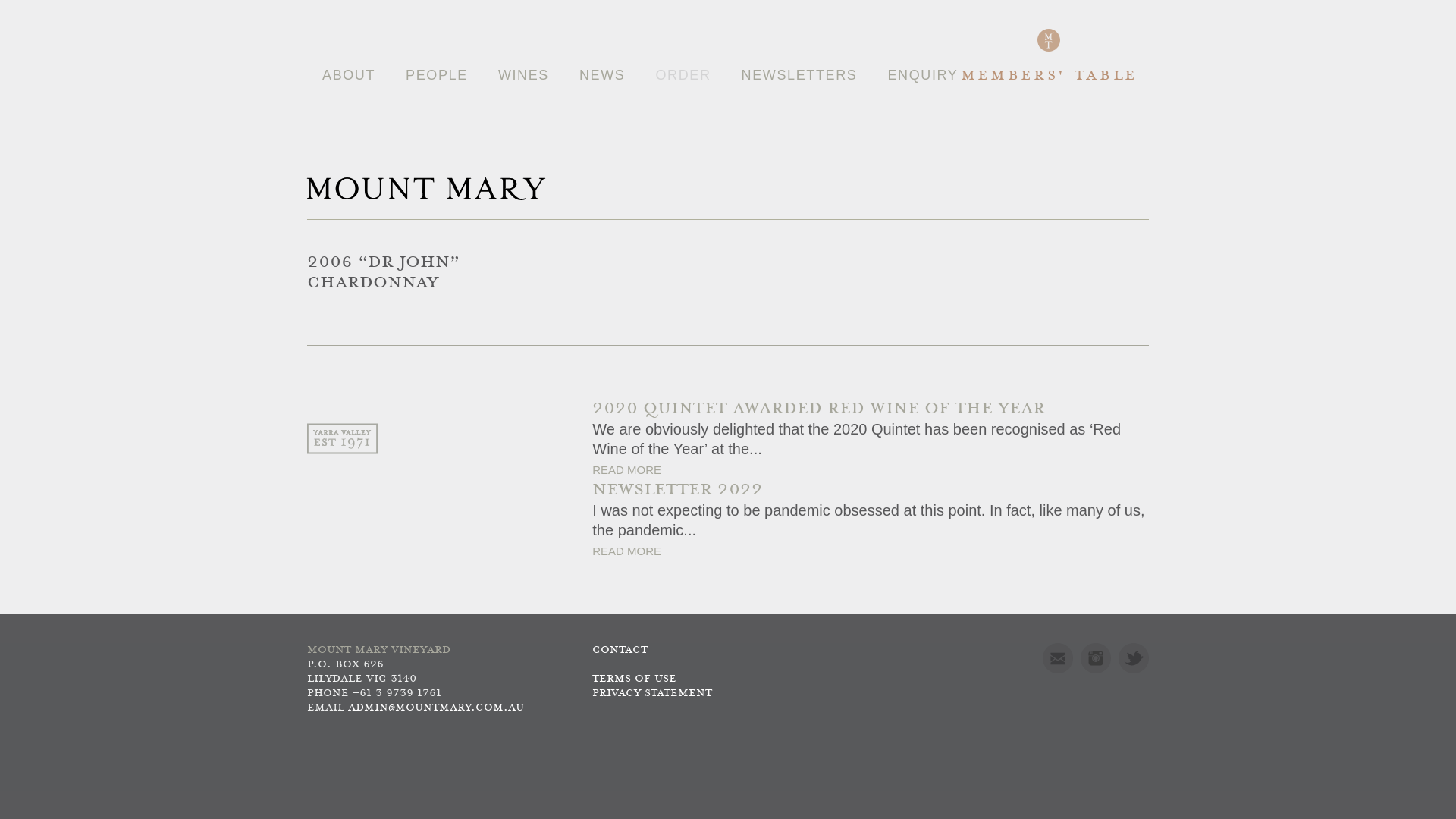  I want to click on 'ADMIN@MOUNTMARY.COM.AU', so click(435, 708).